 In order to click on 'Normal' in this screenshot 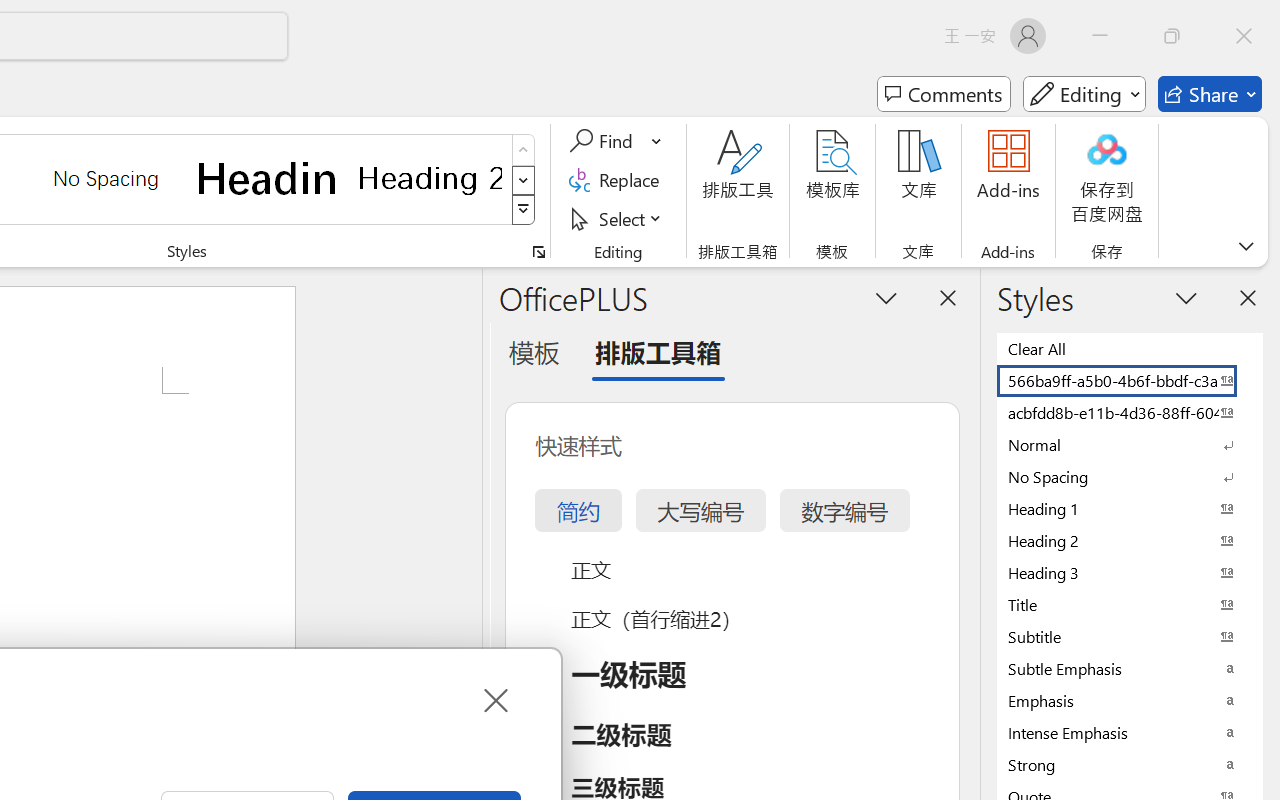, I will do `click(1130, 443)`.